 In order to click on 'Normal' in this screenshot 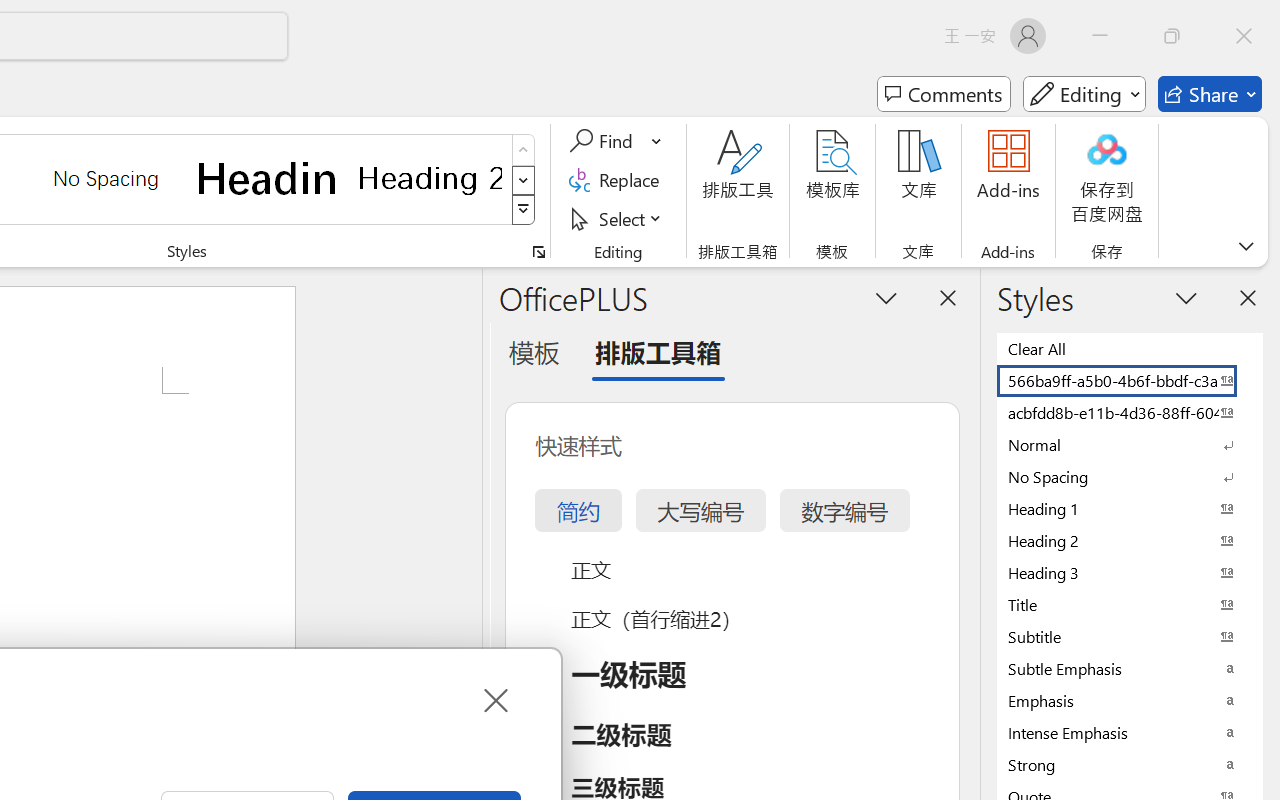, I will do `click(1130, 443)`.